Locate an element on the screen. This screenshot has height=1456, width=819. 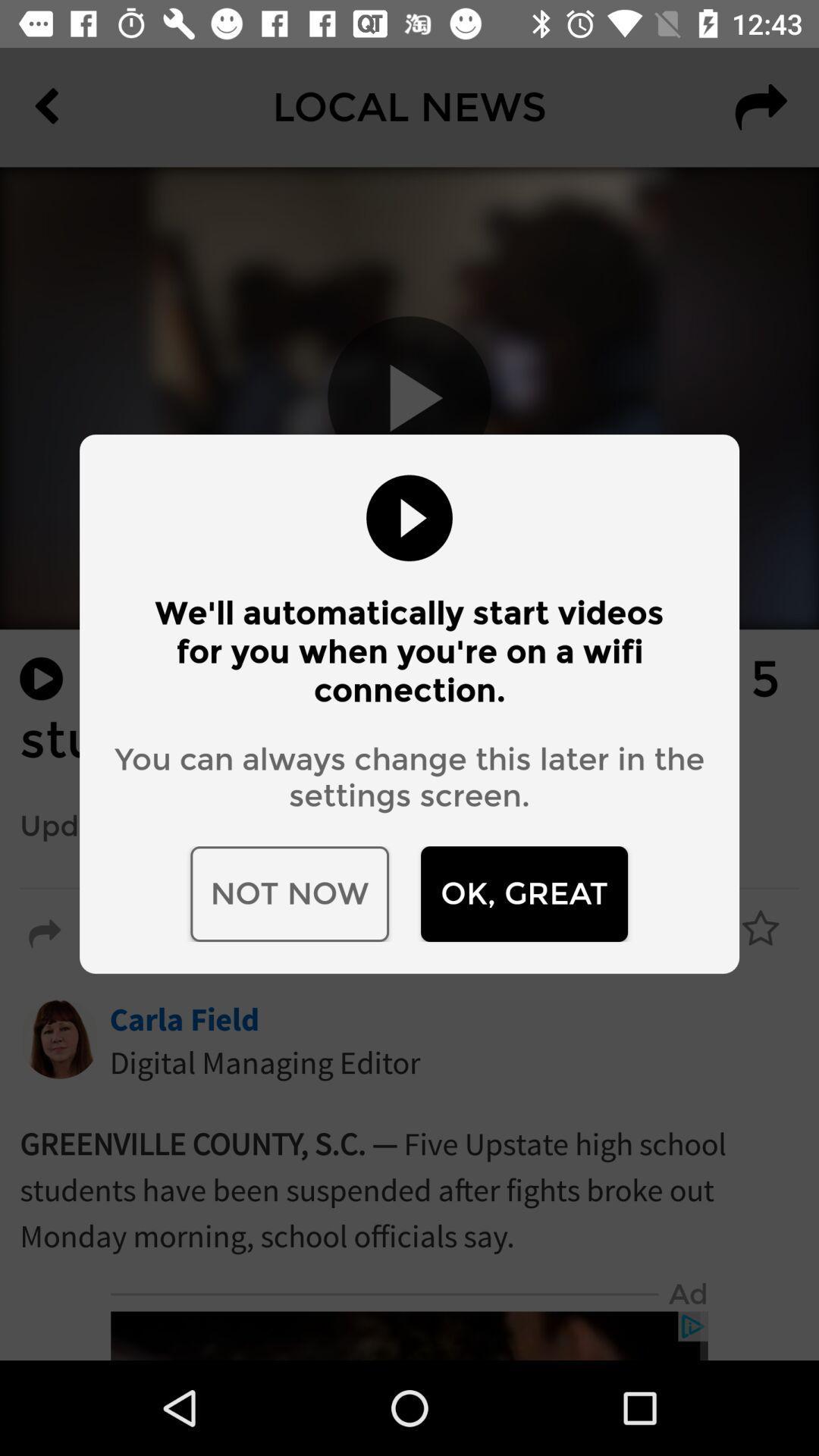
the redo icon is located at coordinates (761, 106).